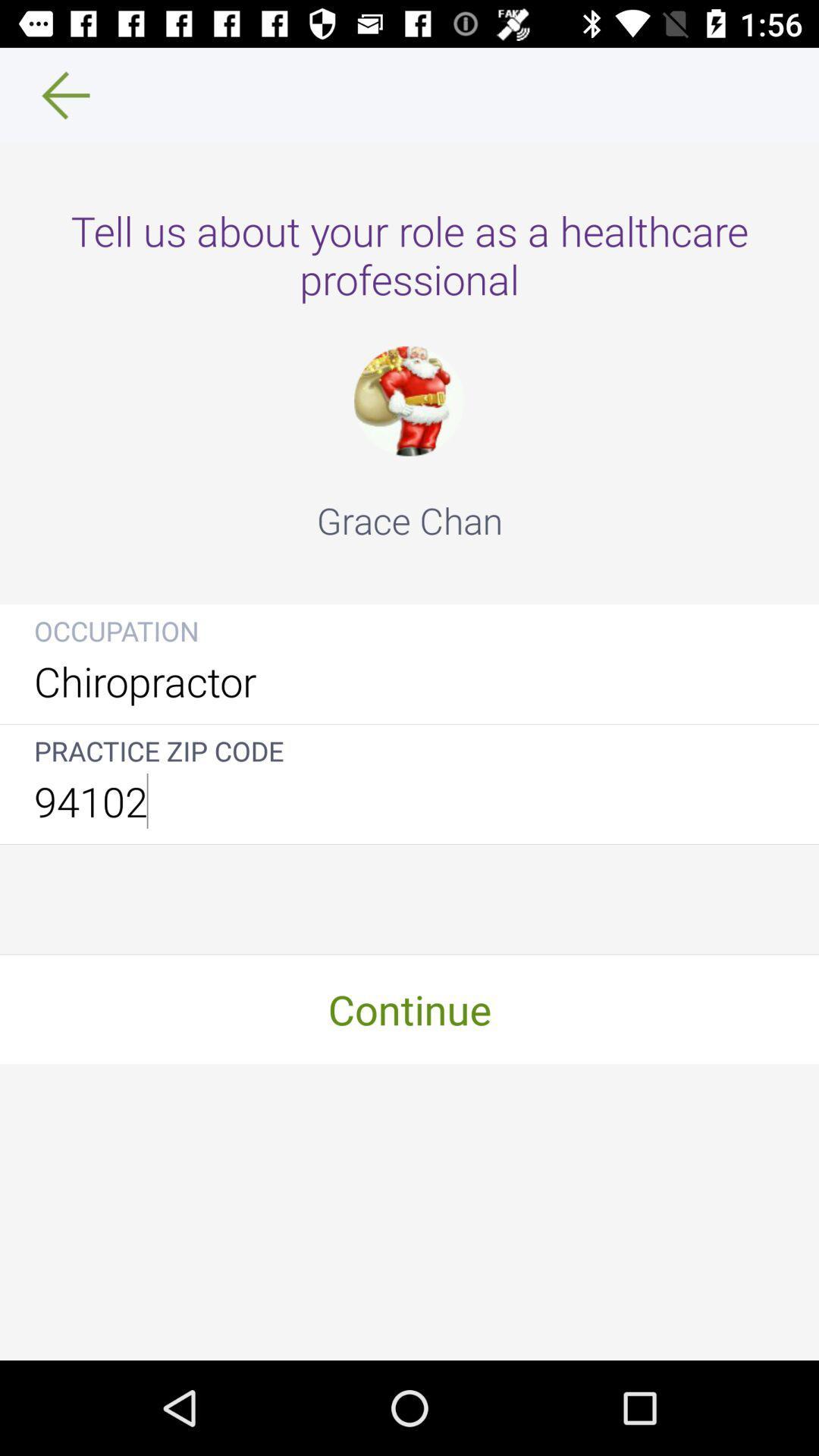 The width and height of the screenshot is (819, 1456). What do you see at coordinates (408, 401) in the screenshot?
I see `icon below tell us about` at bounding box center [408, 401].